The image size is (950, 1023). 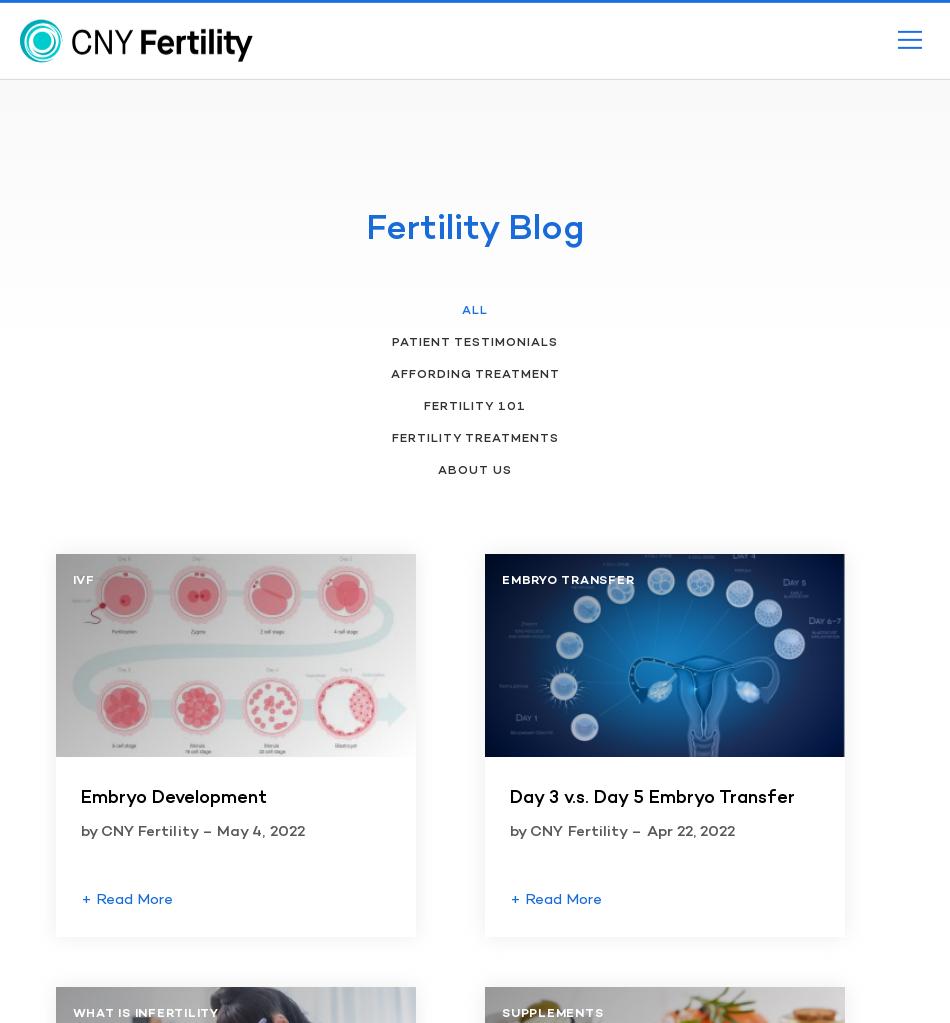 What do you see at coordinates (690, 831) in the screenshot?
I see `'Apr 22, 2022'` at bounding box center [690, 831].